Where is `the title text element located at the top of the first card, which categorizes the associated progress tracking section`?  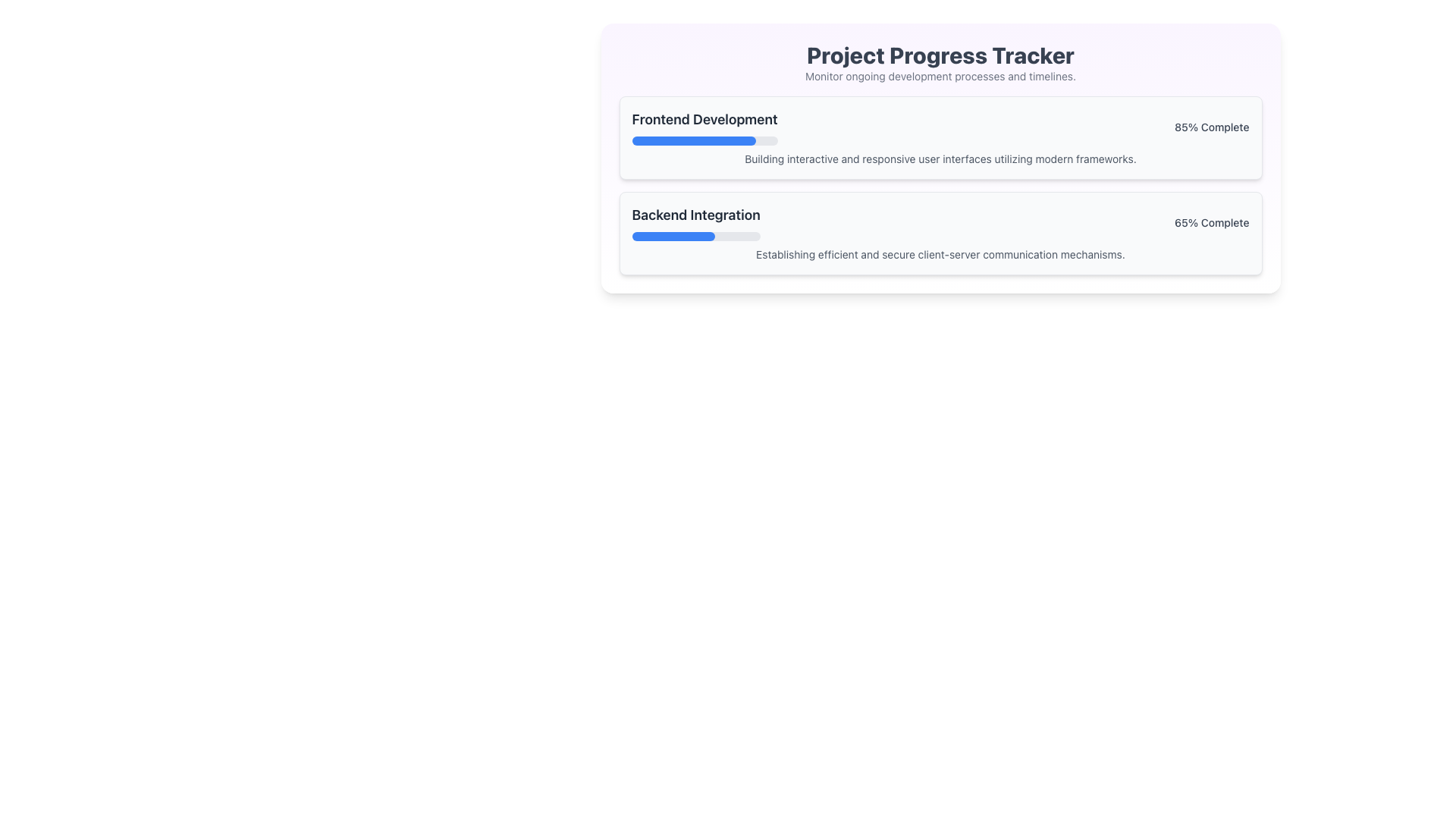
the title text element located at the top of the first card, which categorizes the associated progress tracking section is located at coordinates (704, 119).